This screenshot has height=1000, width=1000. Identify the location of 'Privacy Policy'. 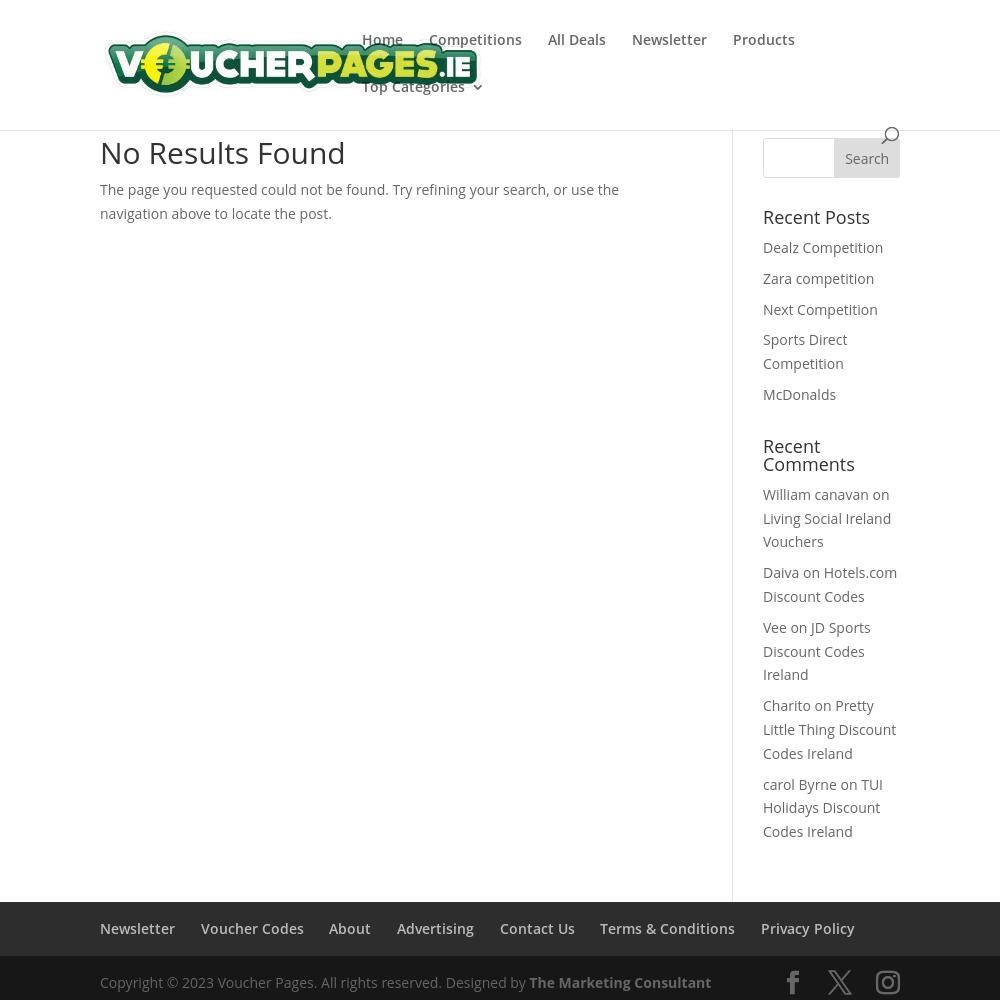
(807, 927).